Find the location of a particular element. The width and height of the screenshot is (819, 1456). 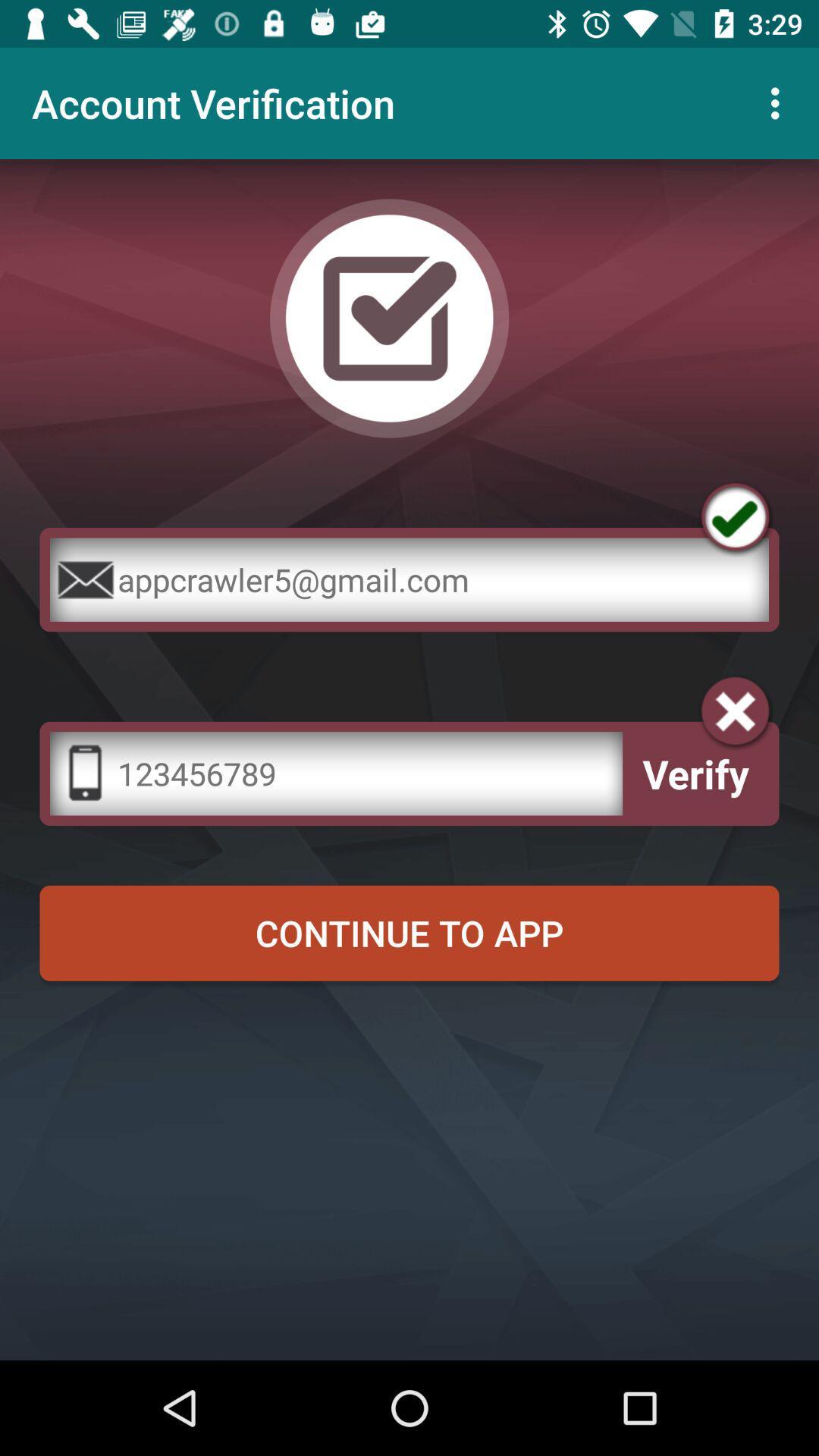

item next to the account verification is located at coordinates (779, 102).